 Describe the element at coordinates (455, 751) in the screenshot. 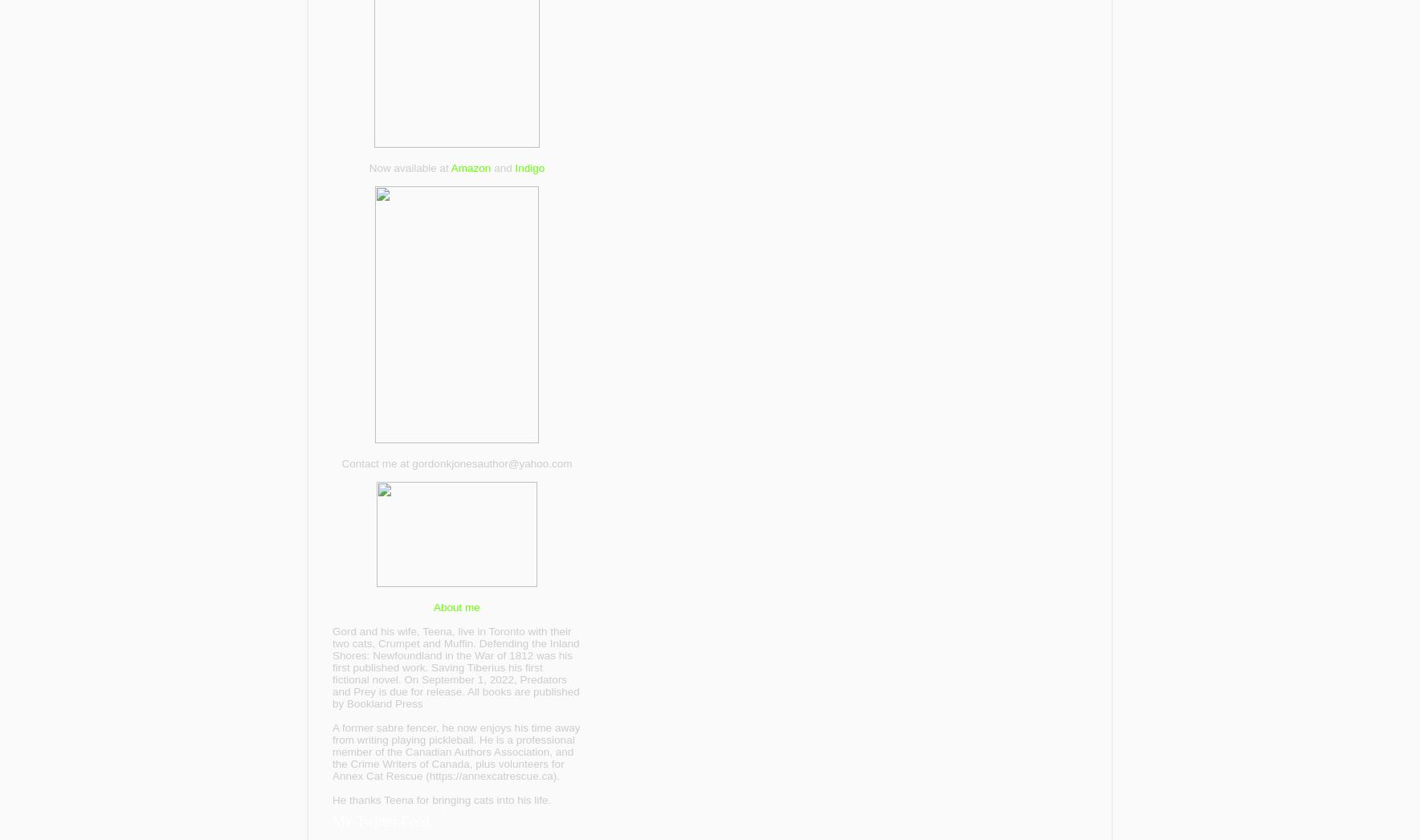

I see `'A former sabre fencer, he now enjoys his time away from writing playing pickleball. He is a professional member of the Canadian Authors Association, and the Crime Writers of Canada, plus volunteers for Annex Cat Rescue (https://annexcatrescue.ca).'` at that location.